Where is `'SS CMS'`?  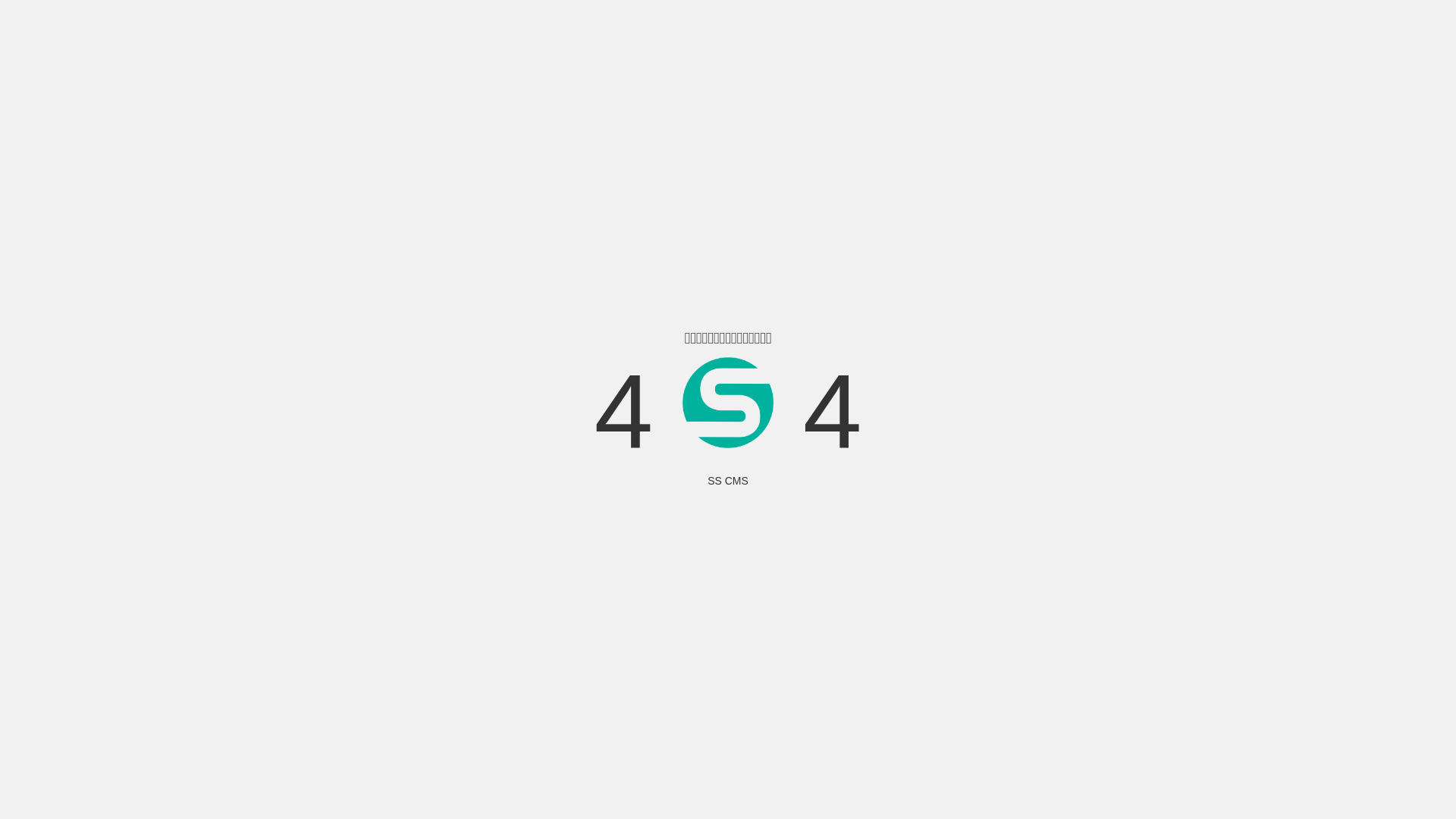 'SS CMS' is located at coordinates (728, 480).